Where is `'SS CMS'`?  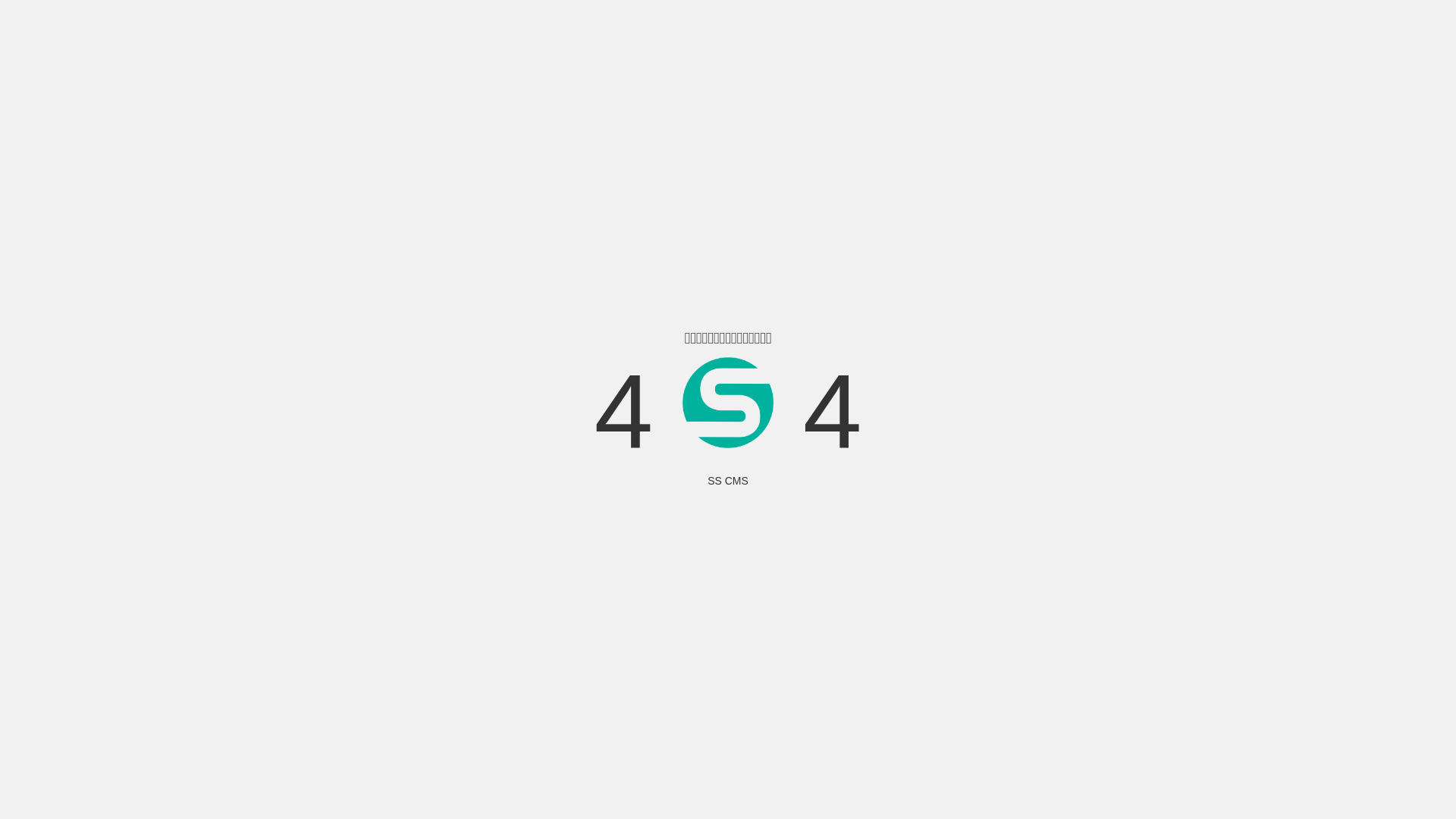 'SS CMS' is located at coordinates (728, 480).